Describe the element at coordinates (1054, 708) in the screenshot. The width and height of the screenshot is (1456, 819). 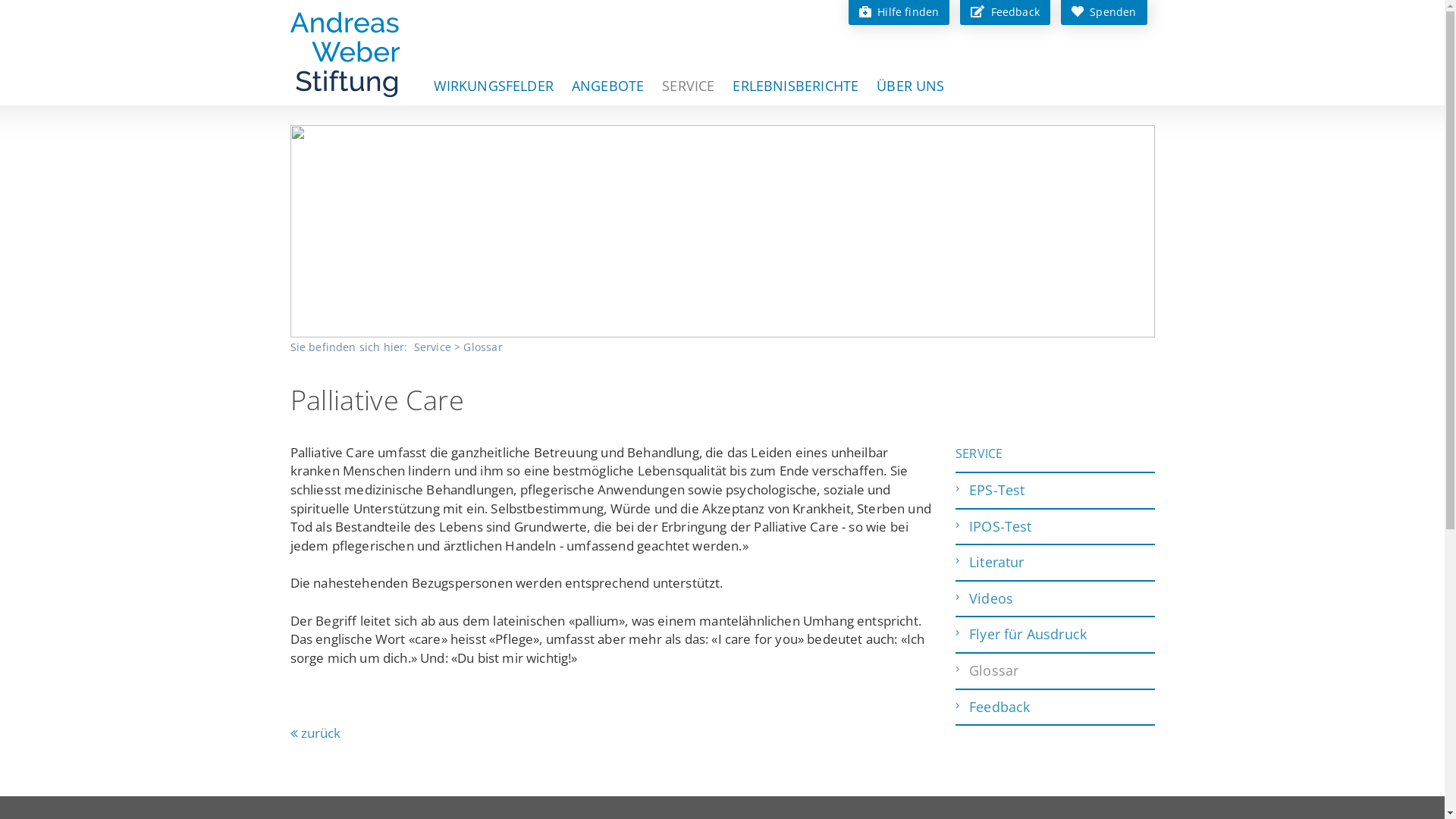
I see `'Feedback'` at that location.